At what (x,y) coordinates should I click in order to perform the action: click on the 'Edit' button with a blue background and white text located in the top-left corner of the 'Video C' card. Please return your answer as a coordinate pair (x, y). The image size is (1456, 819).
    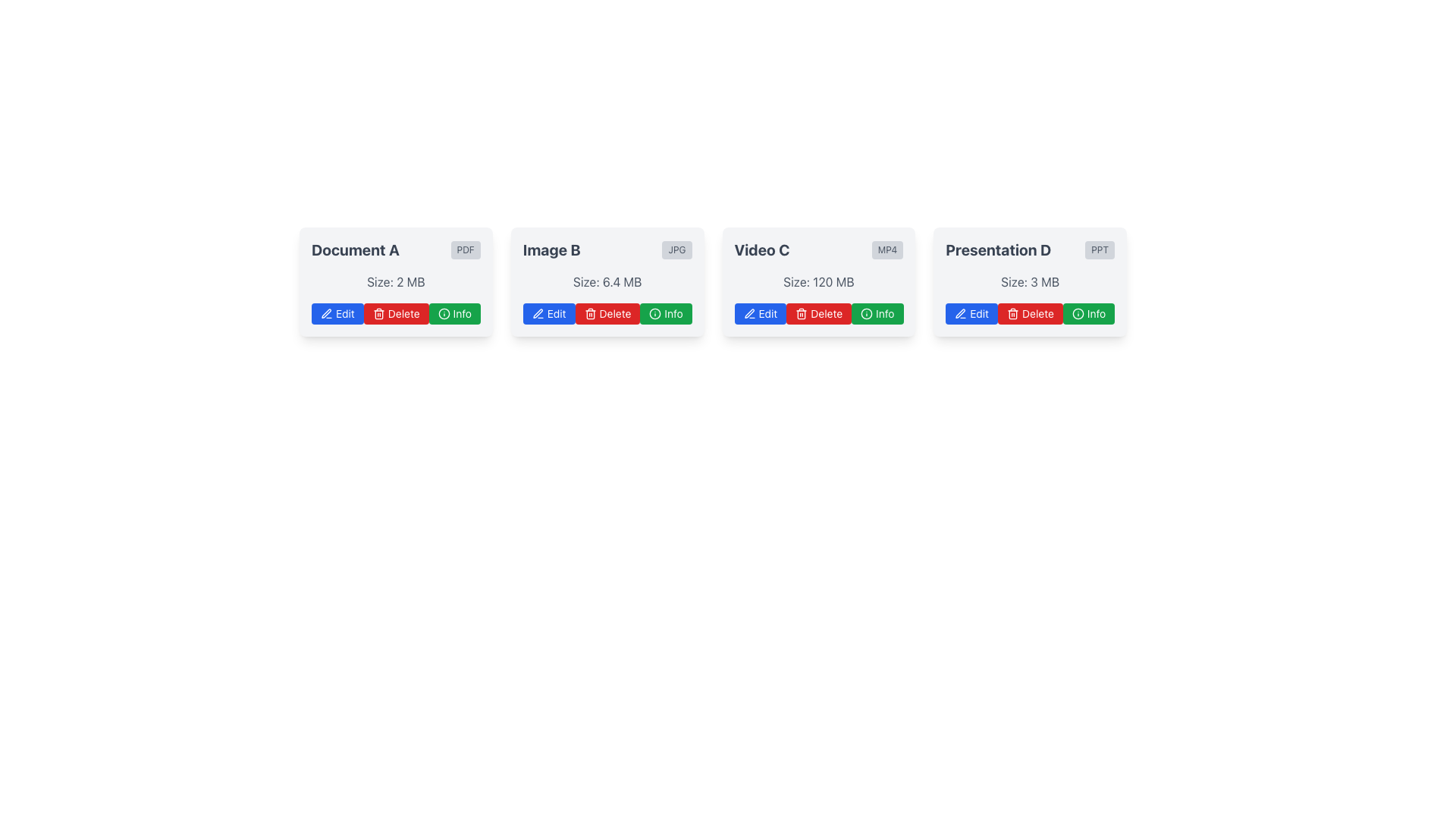
    Looking at the image, I should click on (761, 312).